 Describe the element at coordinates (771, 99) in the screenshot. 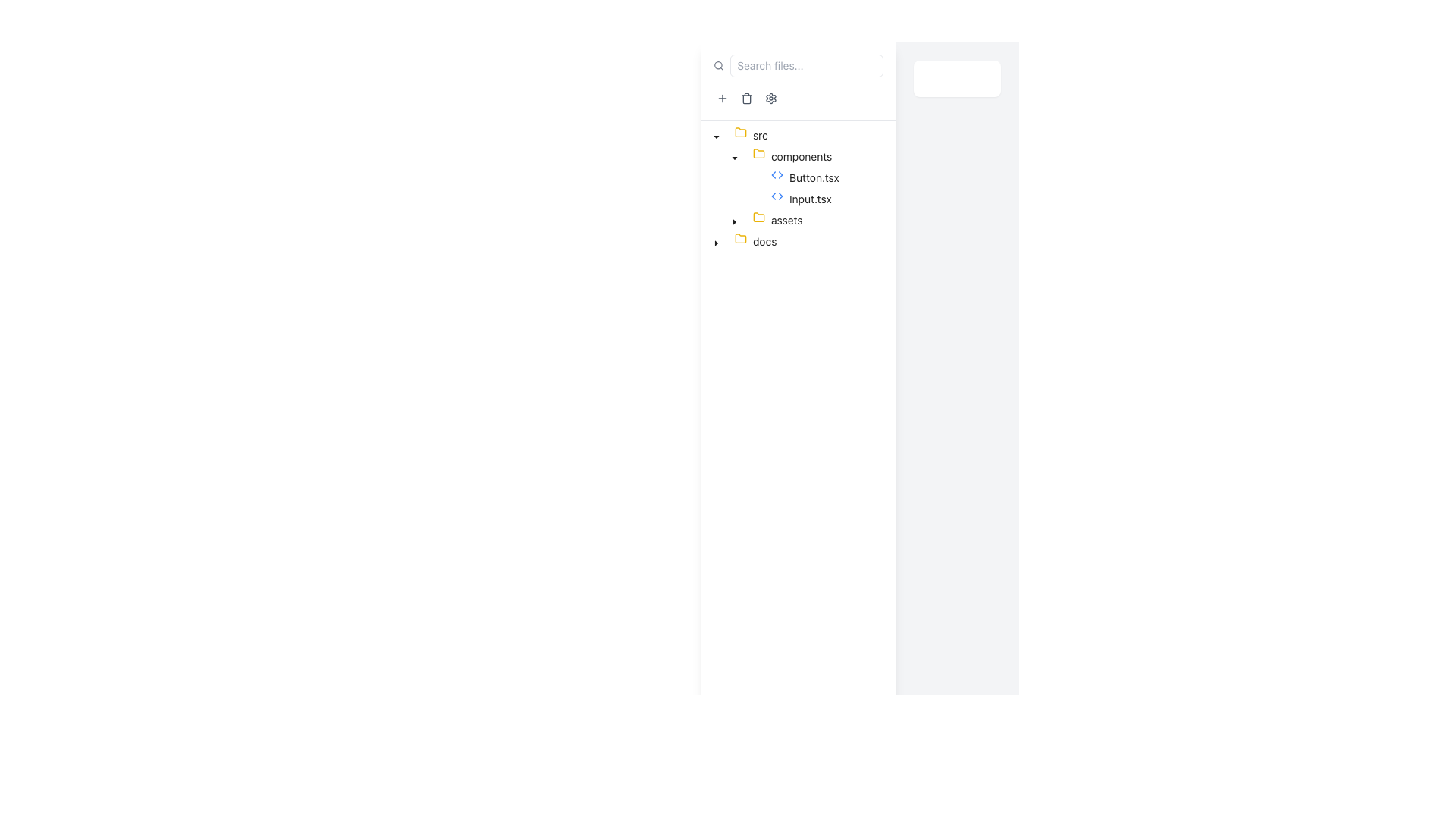

I see `the outer gear shape of the settings icon located in the left toolbar, positioned above the file explorer list and aligned with the search bar, to interact with the settings option` at that location.